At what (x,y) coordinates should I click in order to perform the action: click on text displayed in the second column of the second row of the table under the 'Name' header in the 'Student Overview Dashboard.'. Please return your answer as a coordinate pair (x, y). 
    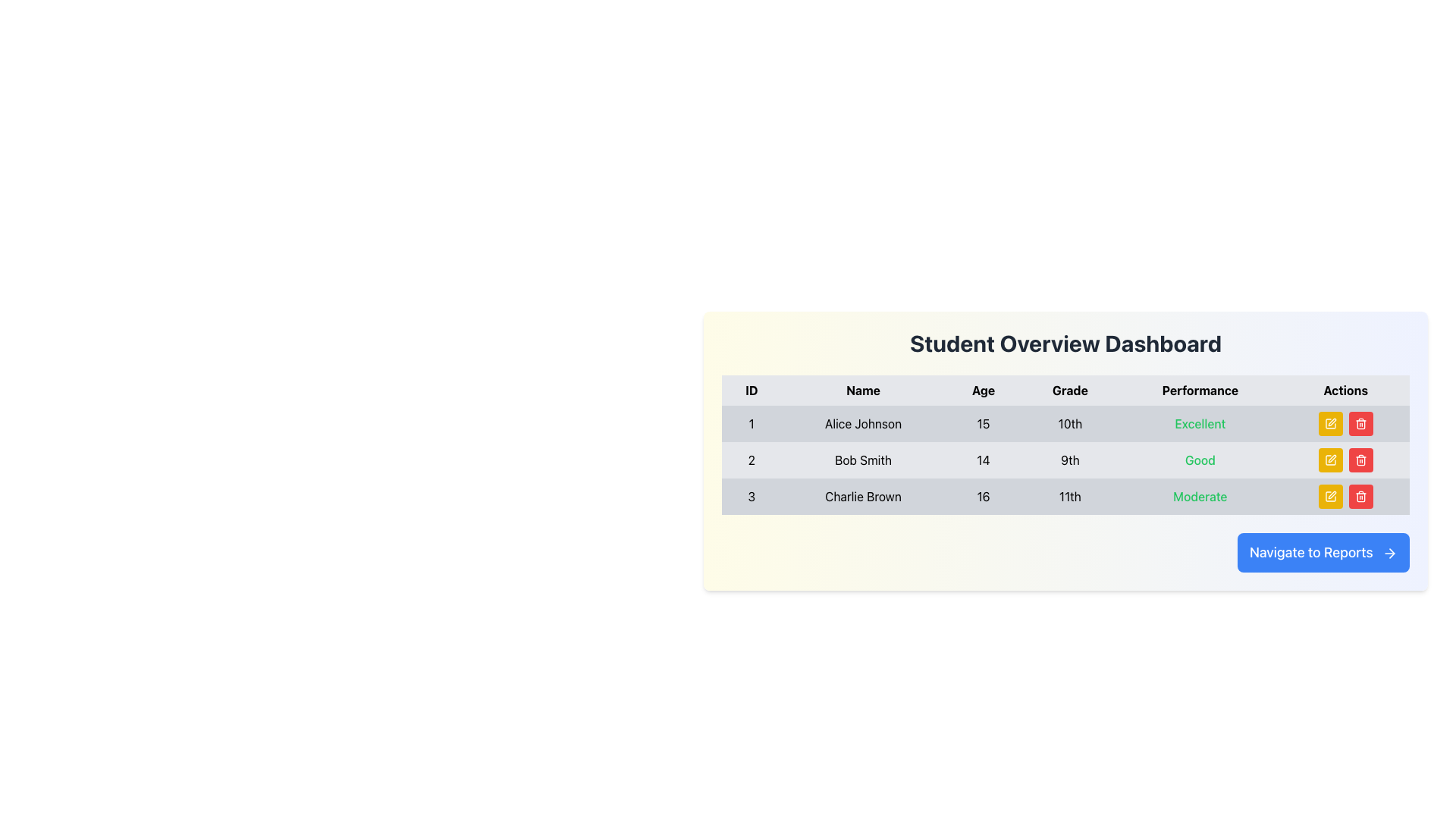
    Looking at the image, I should click on (863, 459).